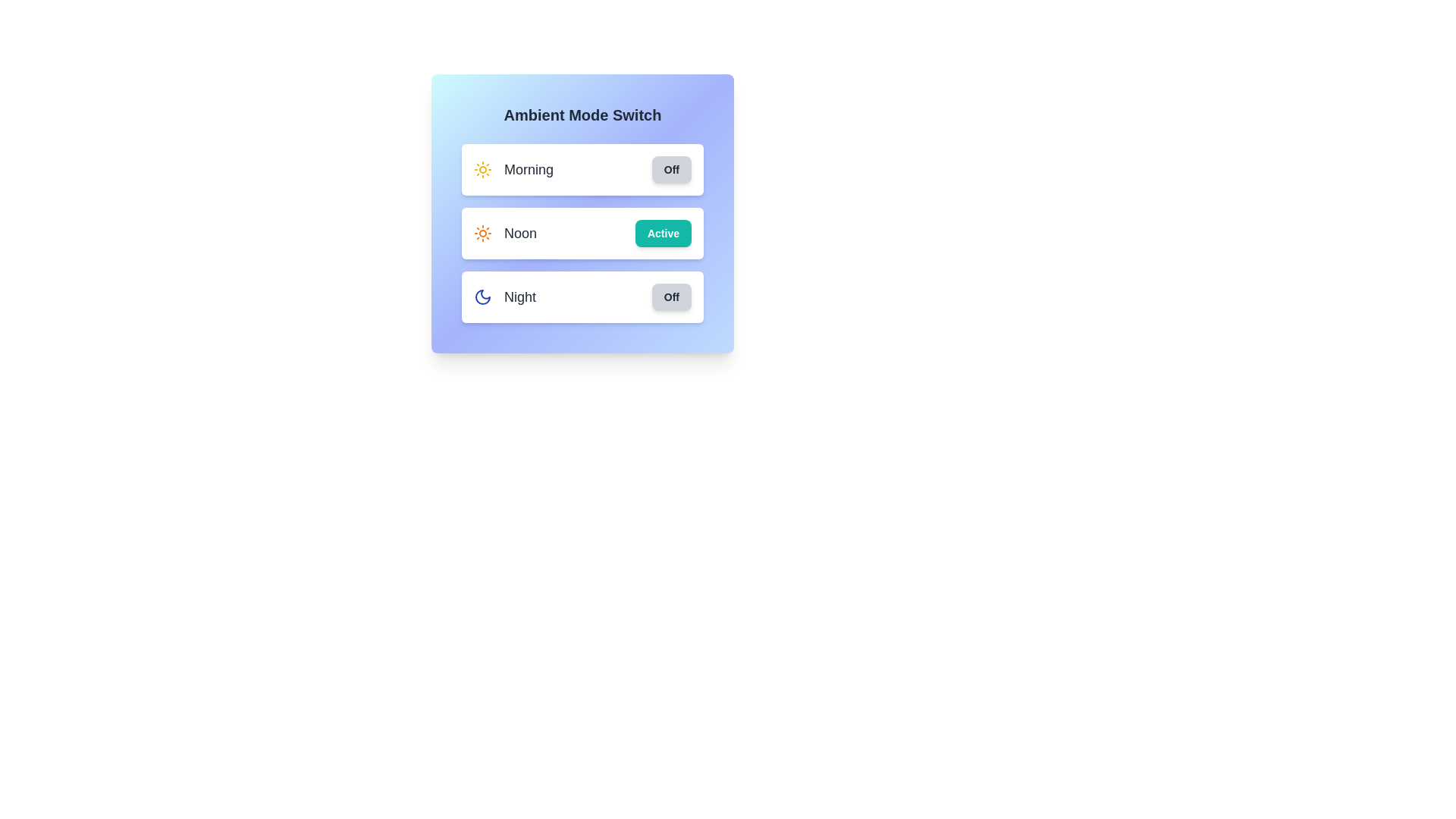 The height and width of the screenshot is (819, 1456). What do you see at coordinates (663, 234) in the screenshot?
I see `'Active' button for the 'Noon' ambient mode` at bounding box center [663, 234].